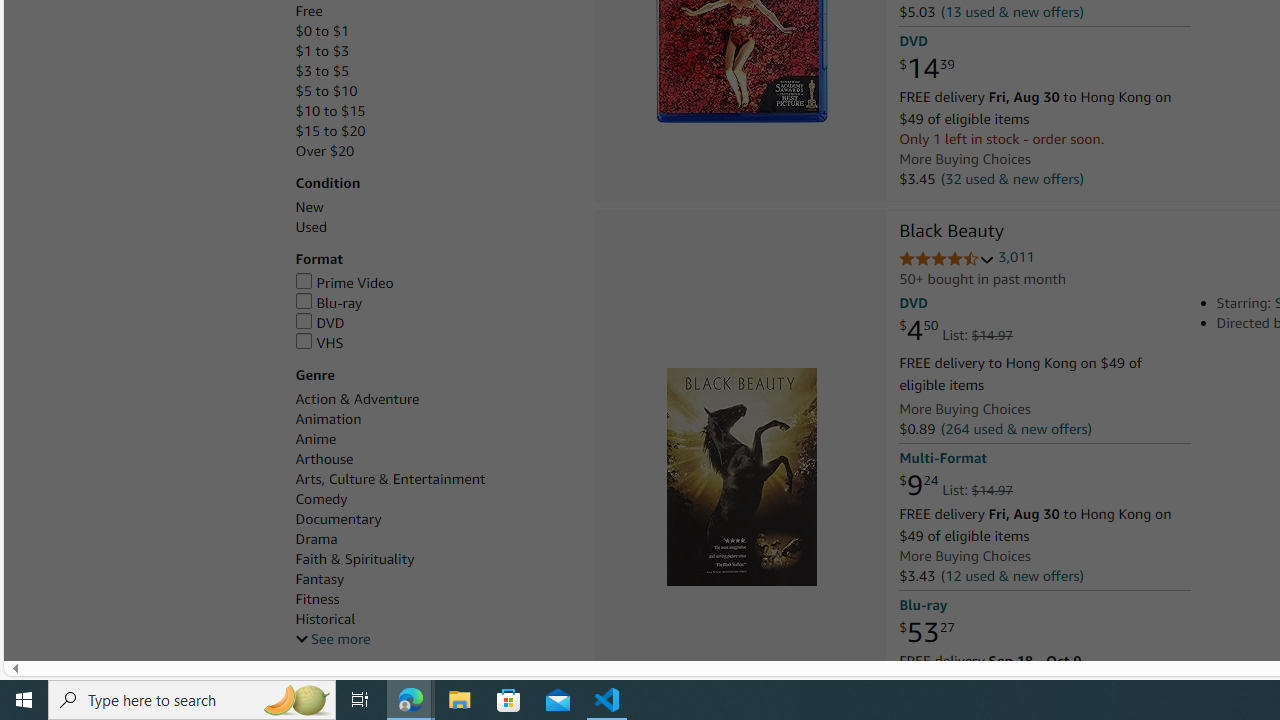 The height and width of the screenshot is (720, 1280). I want to click on 'Drama', so click(433, 538).